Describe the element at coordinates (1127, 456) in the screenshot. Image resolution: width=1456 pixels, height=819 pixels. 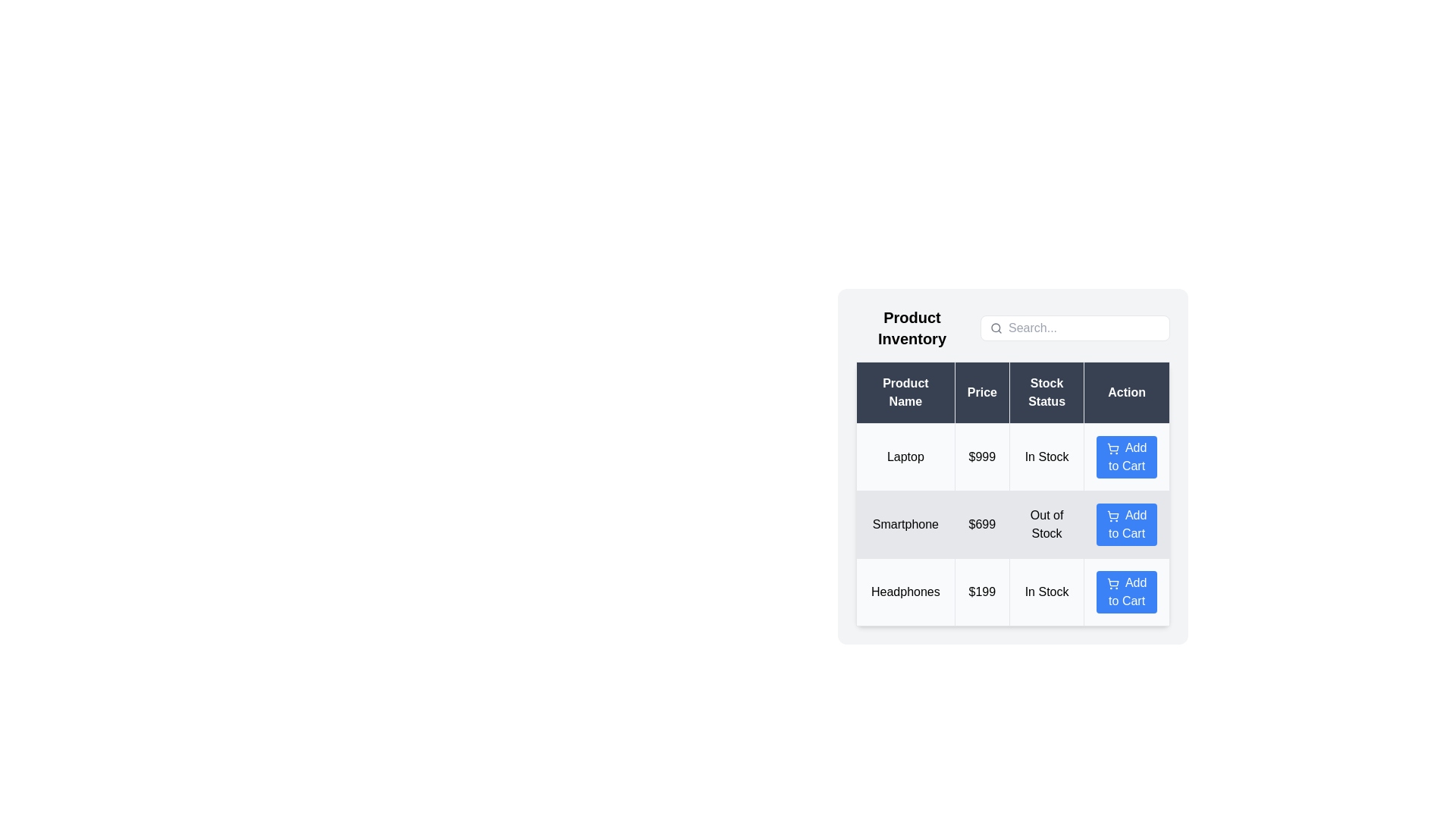
I see `'Add to Cart' button for the product named 'Laptop'` at that location.